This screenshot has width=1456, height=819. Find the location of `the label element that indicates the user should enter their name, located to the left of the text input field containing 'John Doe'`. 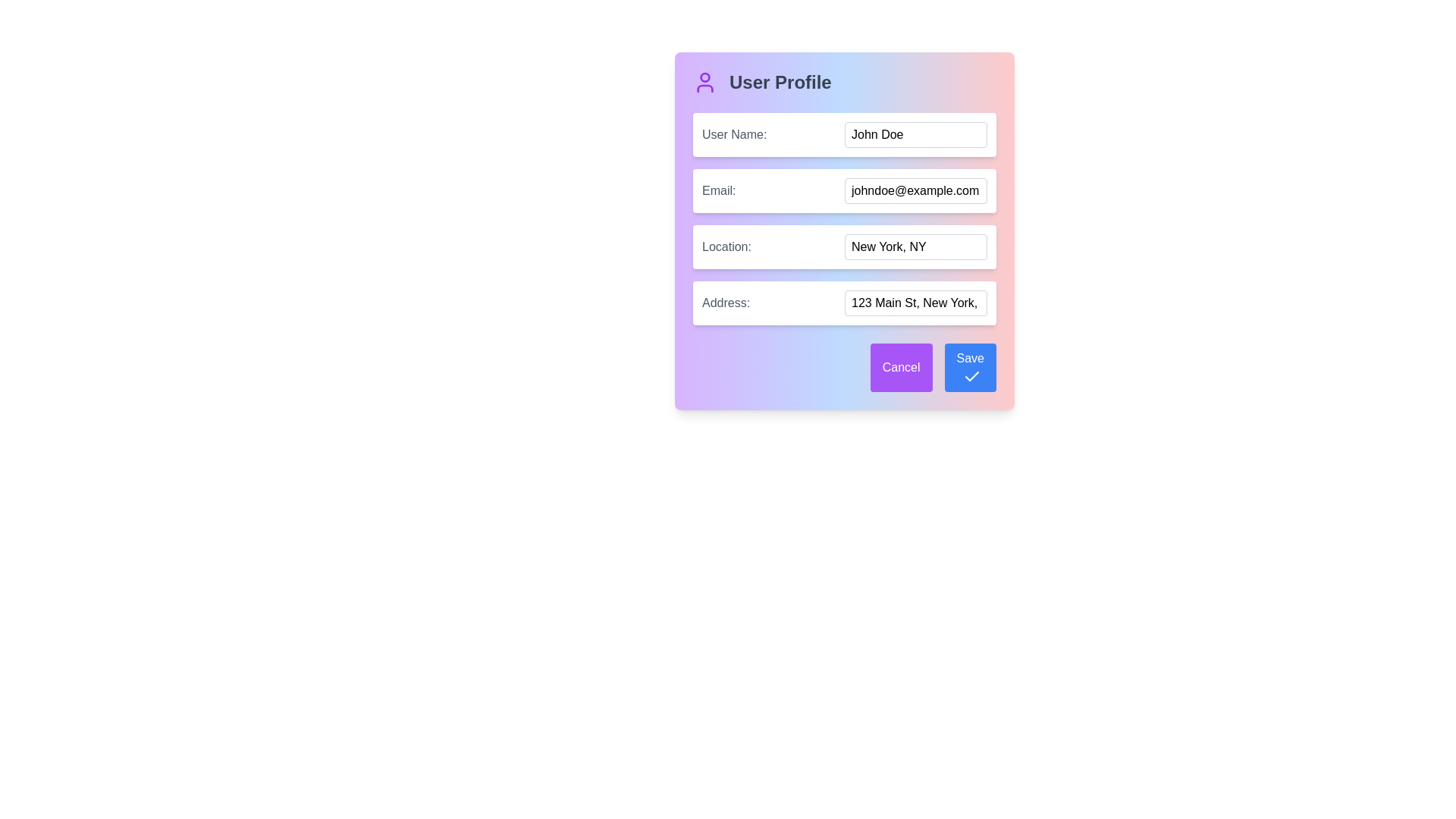

the label element that indicates the user should enter their name, located to the left of the text input field containing 'John Doe' is located at coordinates (734, 133).